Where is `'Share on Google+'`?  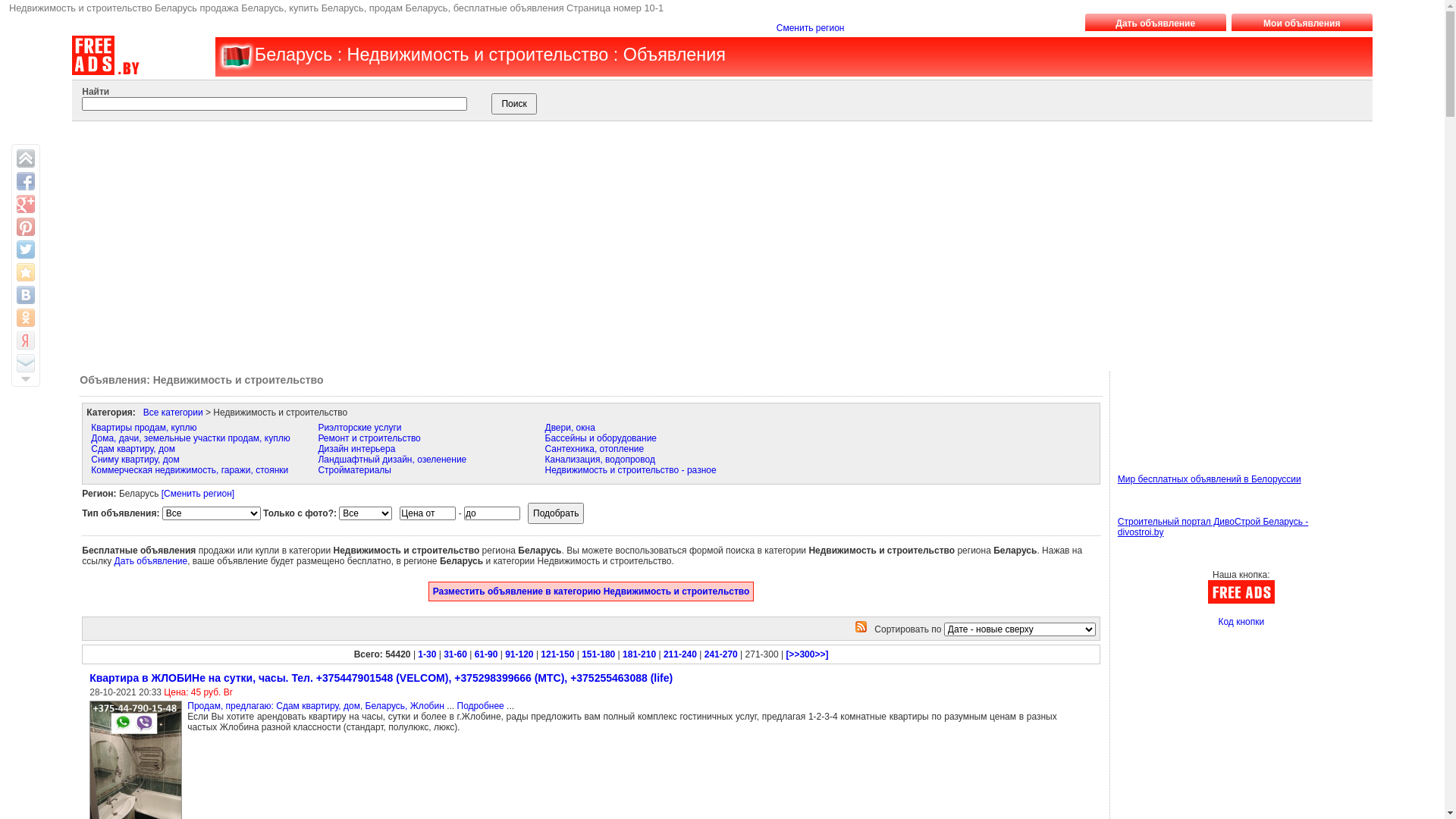 'Share on Google+' is located at coordinates (25, 203).